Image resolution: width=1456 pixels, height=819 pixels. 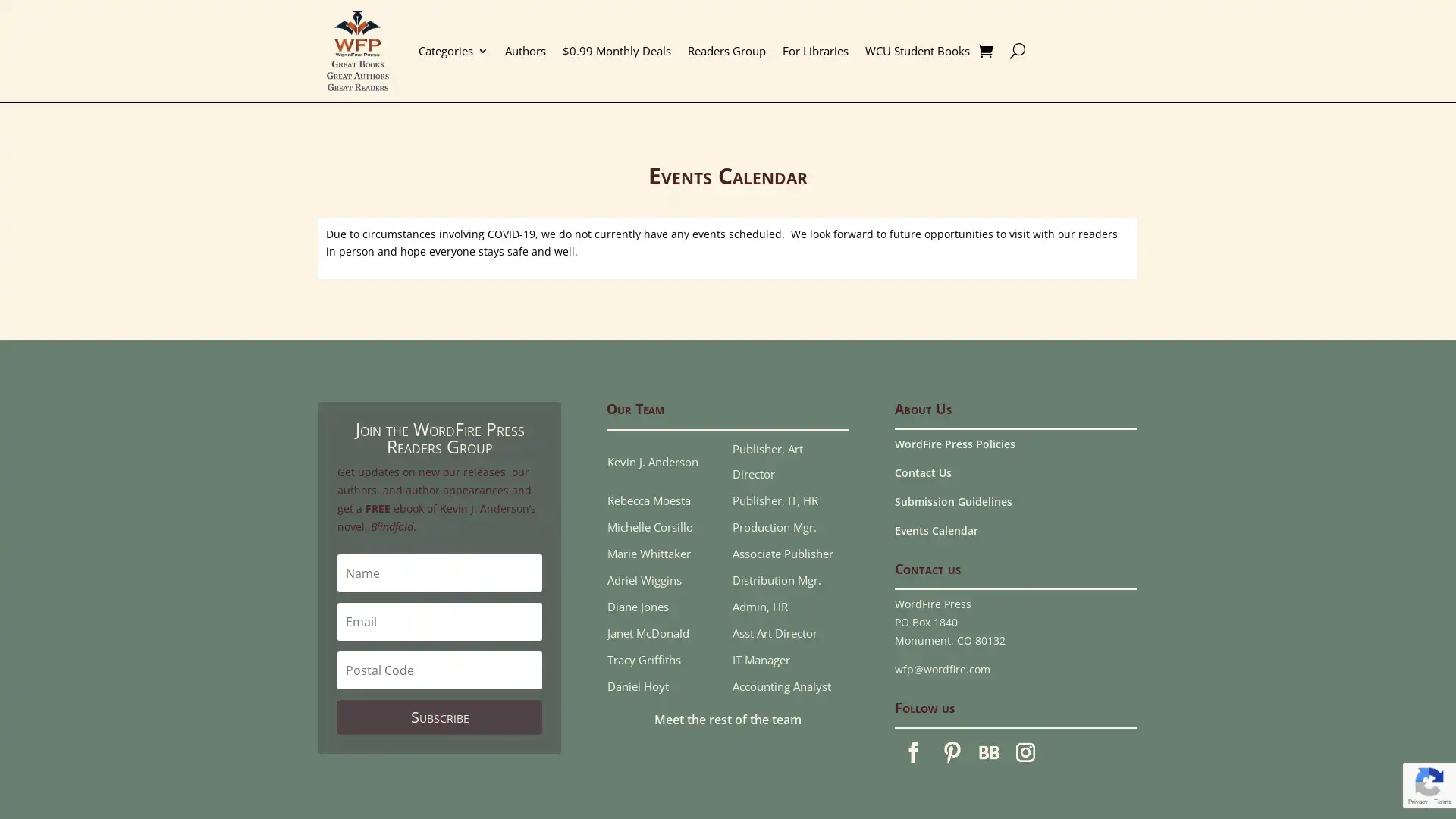 I want to click on U, so click(x=1016, y=49).